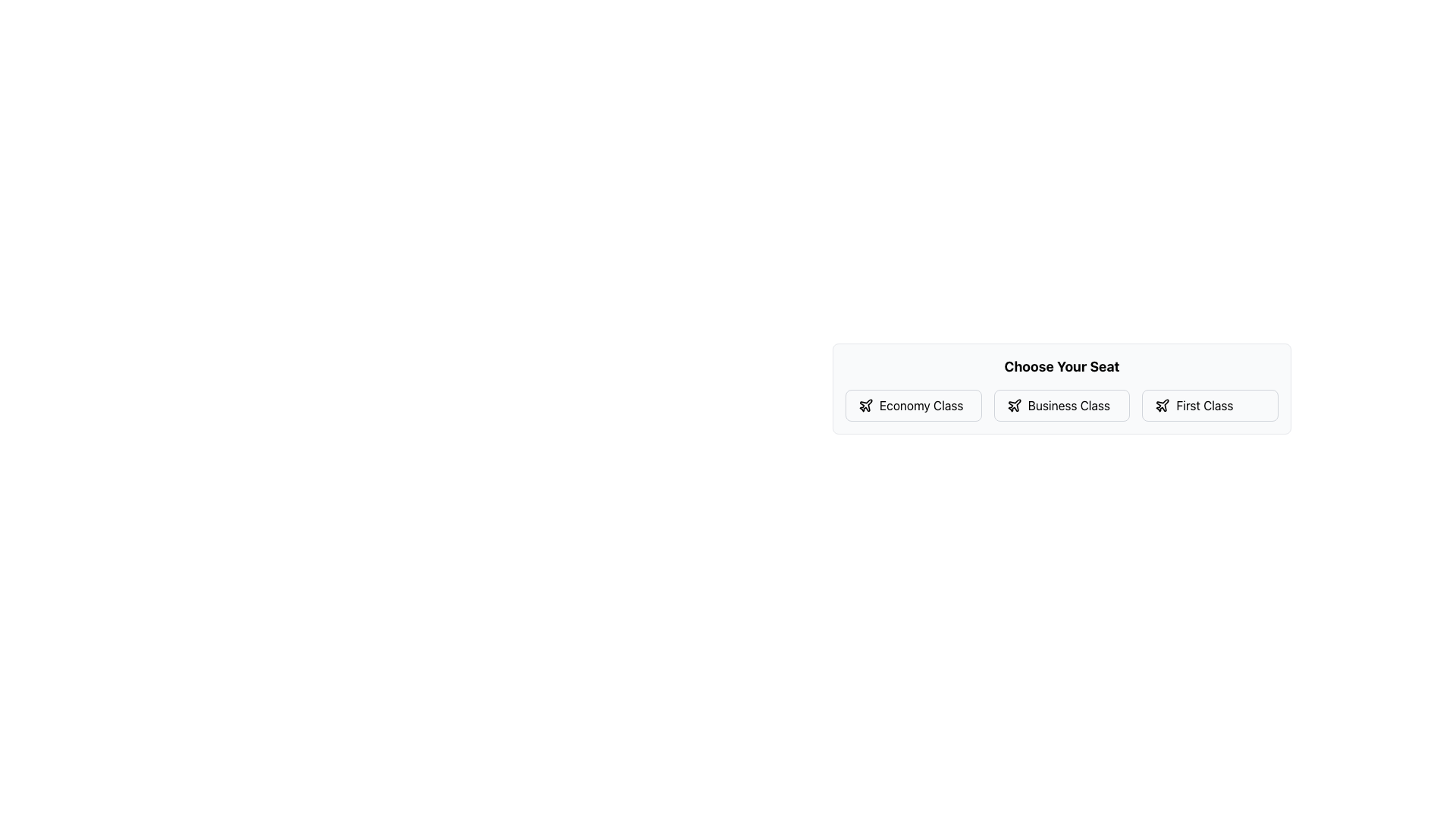  What do you see at coordinates (1061, 405) in the screenshot?
I see `the Business Class button, which is the second button in a horizontal group of three` at bounding box center [1061, 405].